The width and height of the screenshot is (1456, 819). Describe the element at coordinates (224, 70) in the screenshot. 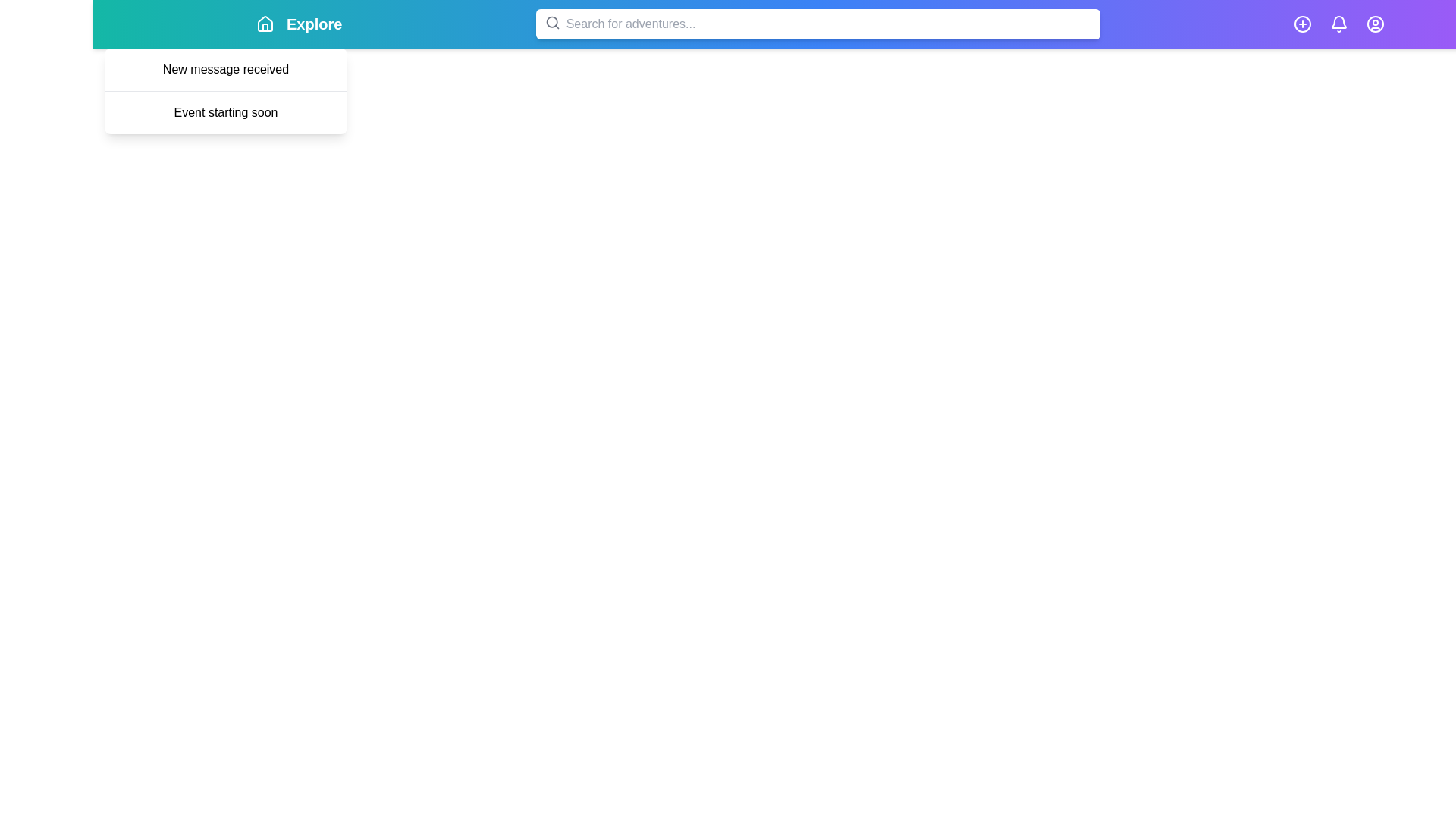

I see `the notification 'New message received' in the dropdown` at that location.